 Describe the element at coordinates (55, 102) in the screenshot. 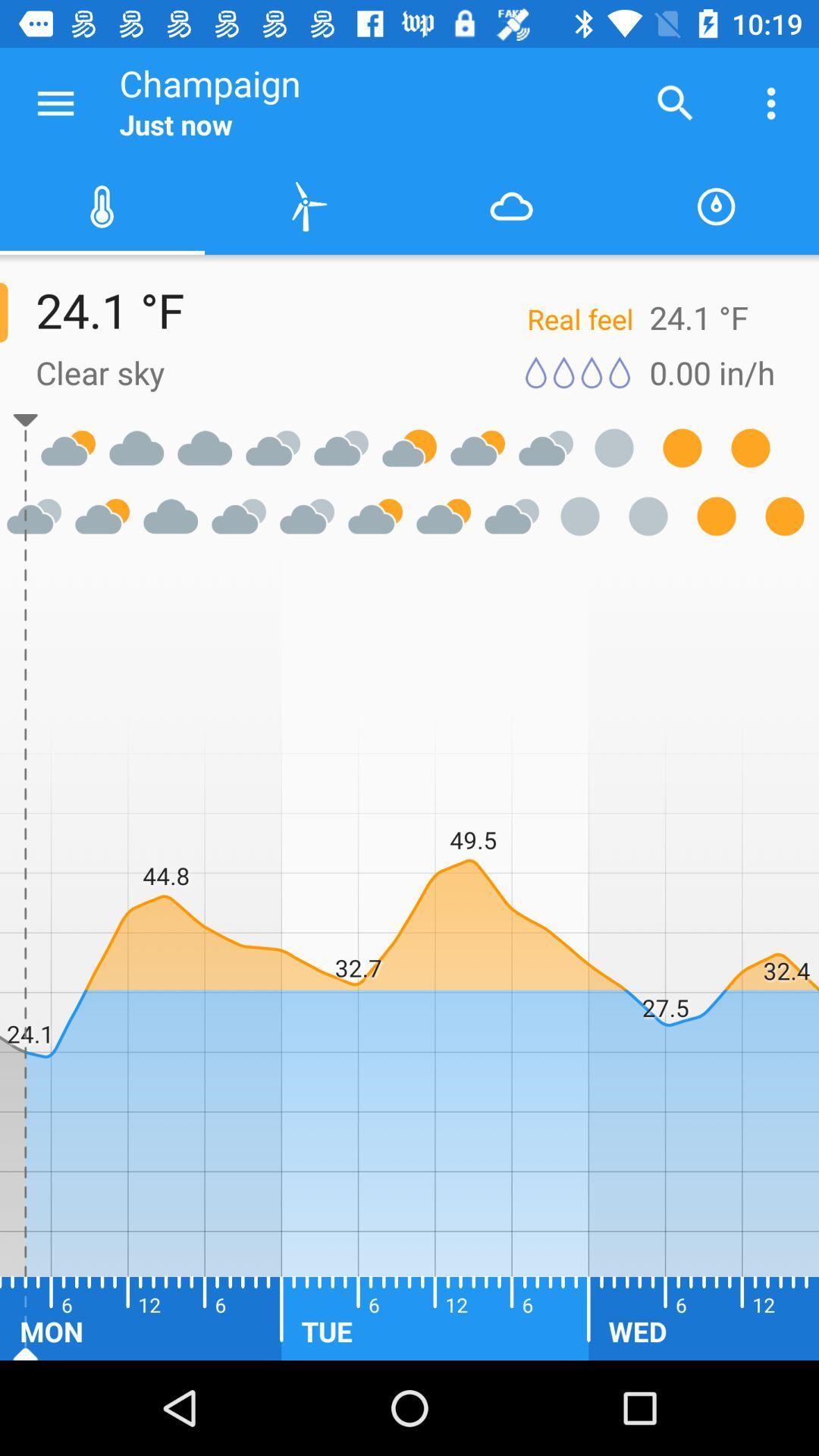

I see `the icon next to champaign icon` at that location.